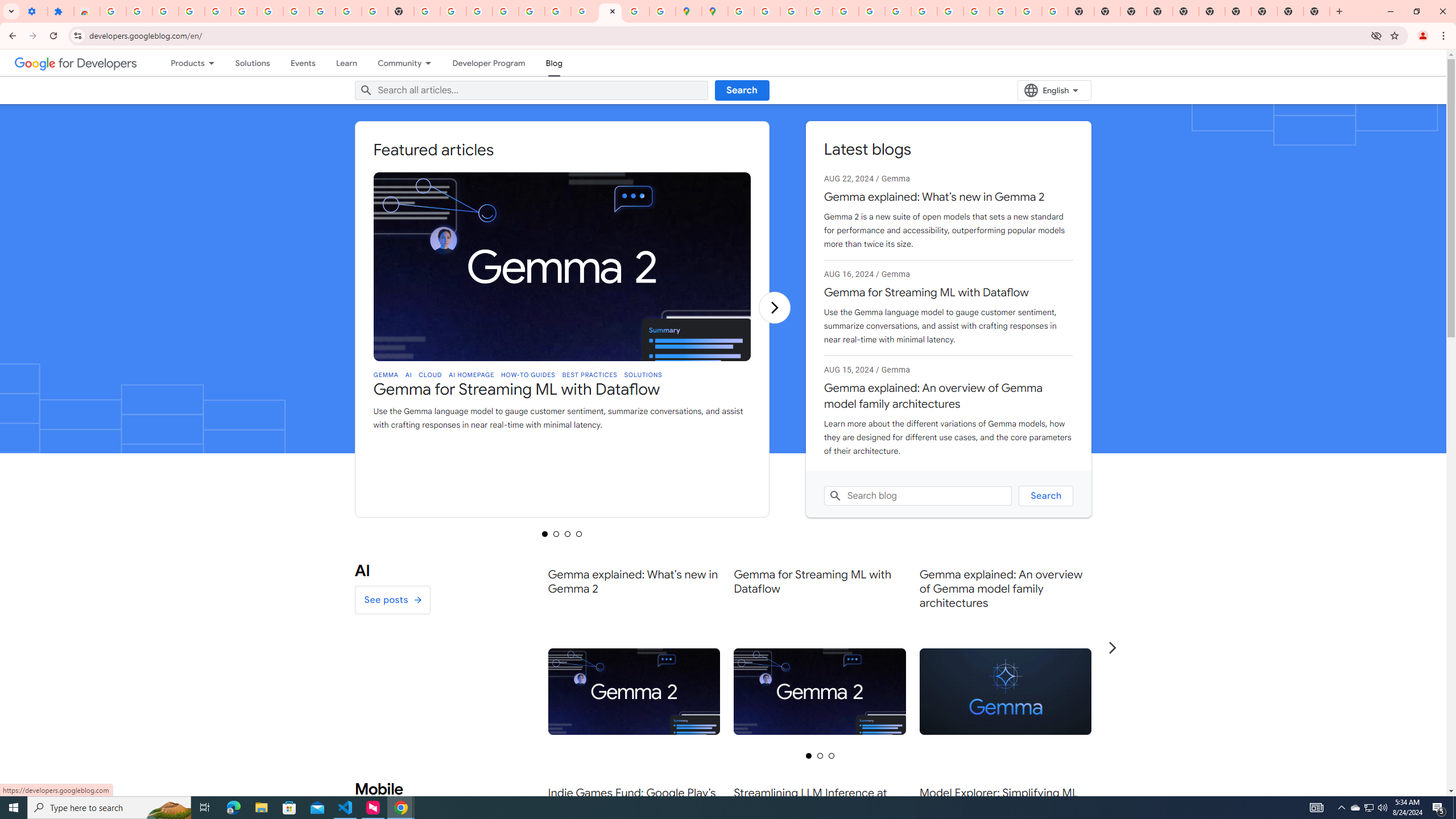  I want to click on 'English', so click(1054, 90).